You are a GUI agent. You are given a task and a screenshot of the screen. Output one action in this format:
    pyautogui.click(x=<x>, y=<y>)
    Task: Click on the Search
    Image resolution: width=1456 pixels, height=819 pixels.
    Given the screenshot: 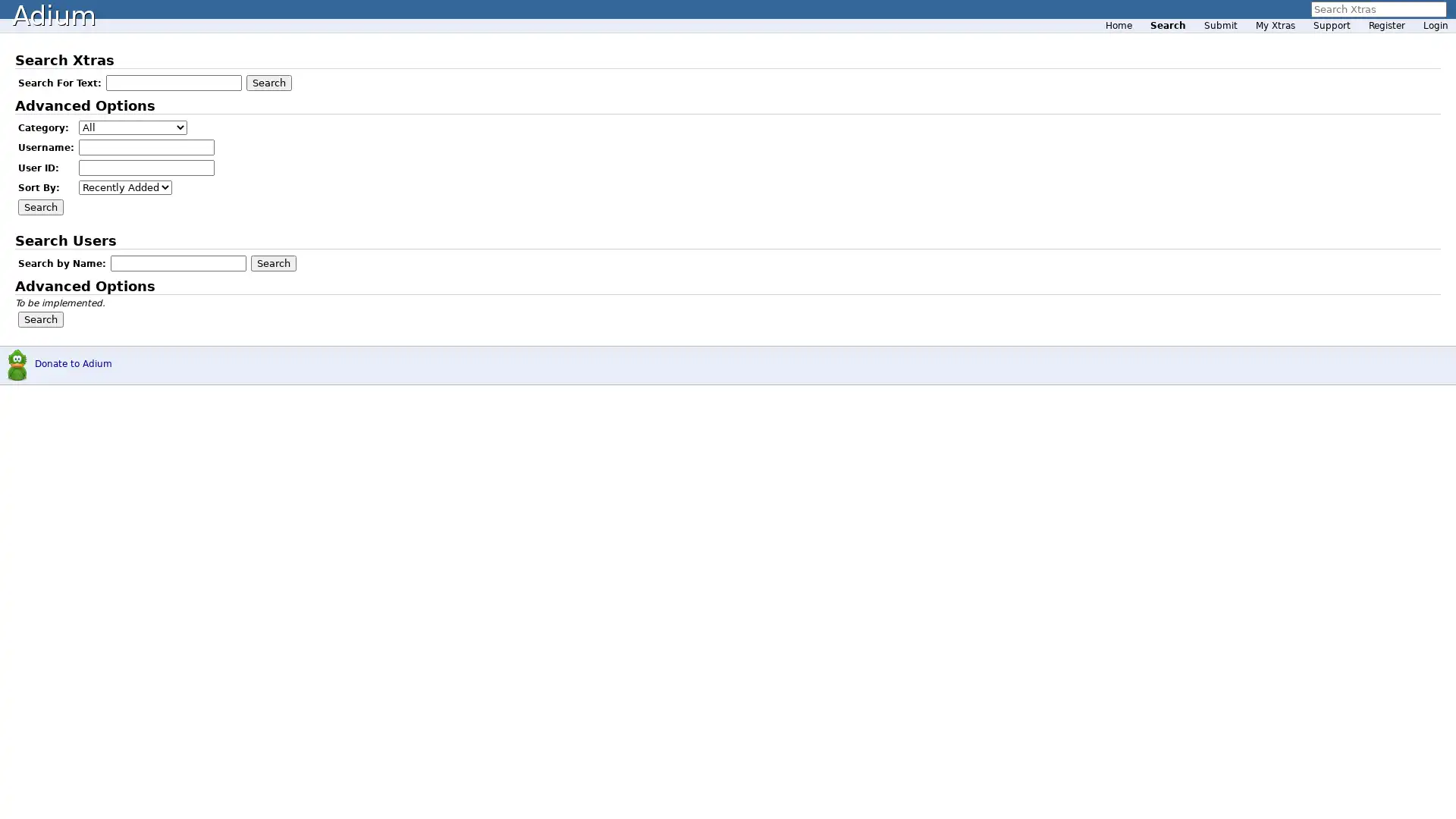 What is the action you would take?
    pyautogui.click(x=40, y=207)
    